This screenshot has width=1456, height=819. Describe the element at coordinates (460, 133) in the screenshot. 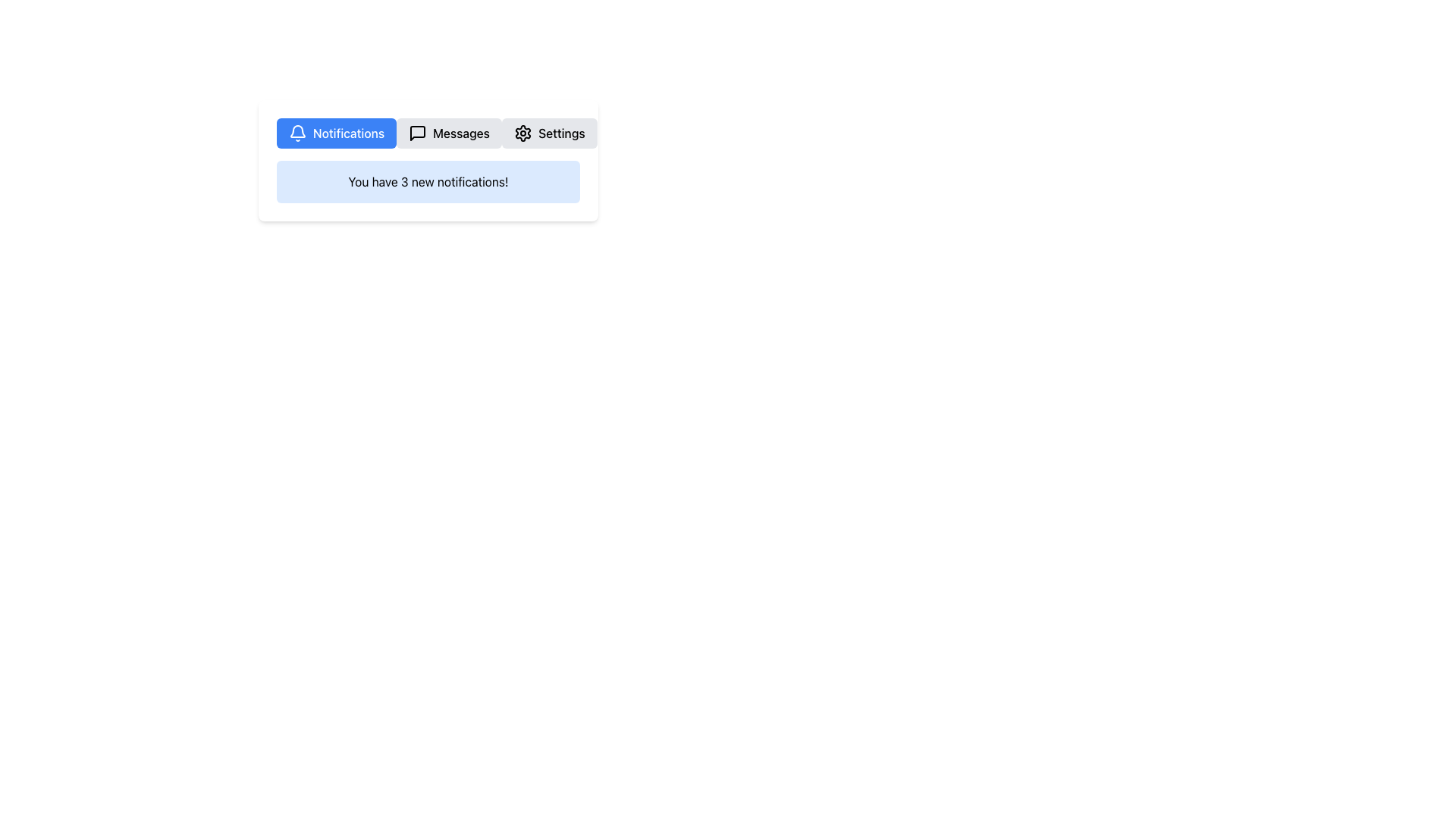

I see `the Text Label next to the speech bubble icon in the navigation bar to trigger a tooltip or visual feedback` at that location.